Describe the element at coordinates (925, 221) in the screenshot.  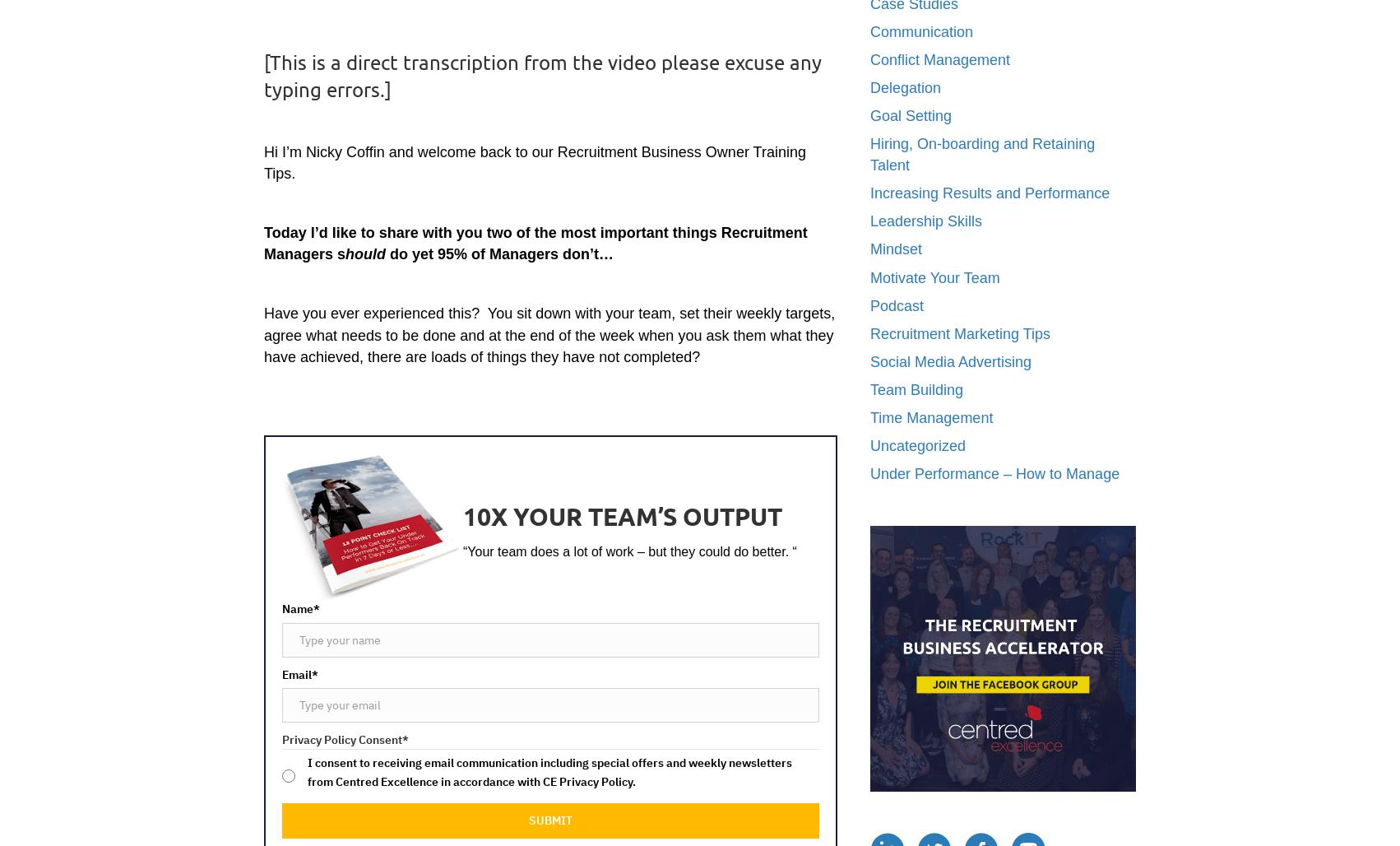
I see `'Leadership Skills'` at that location.